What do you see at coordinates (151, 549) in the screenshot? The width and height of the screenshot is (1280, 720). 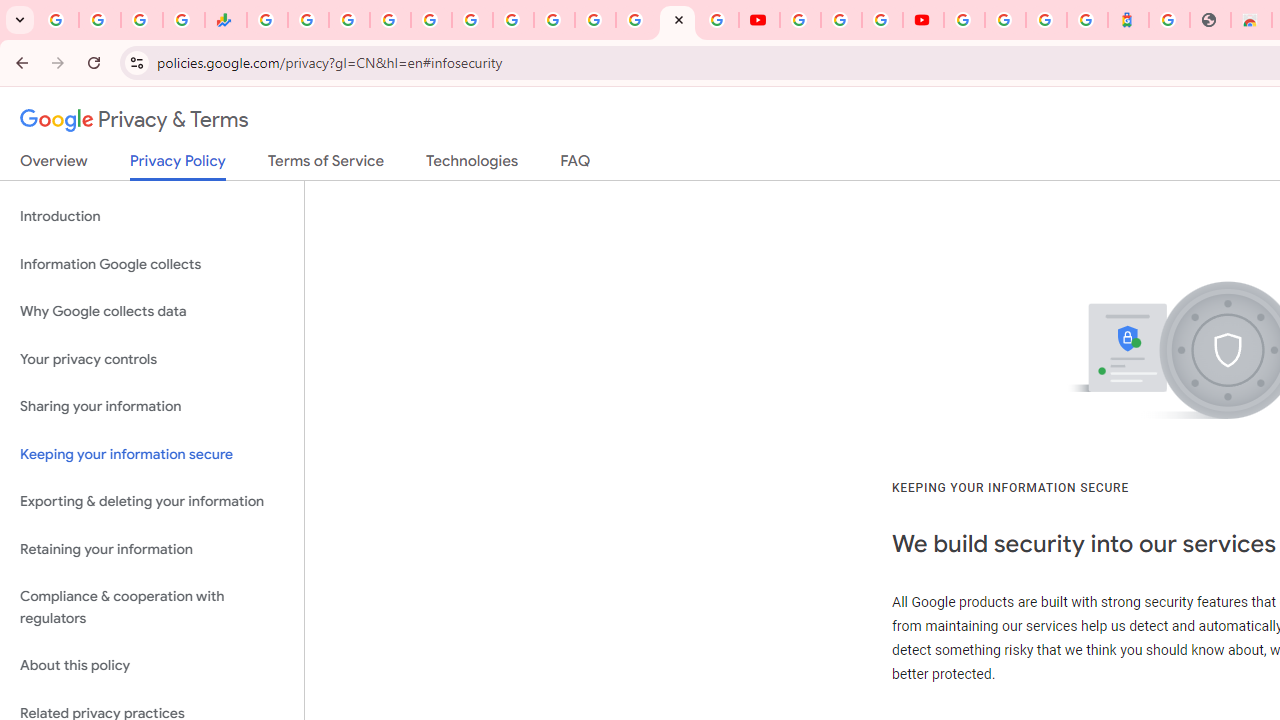 I see `'Retaining your information'` at bounding box center [151, 549].